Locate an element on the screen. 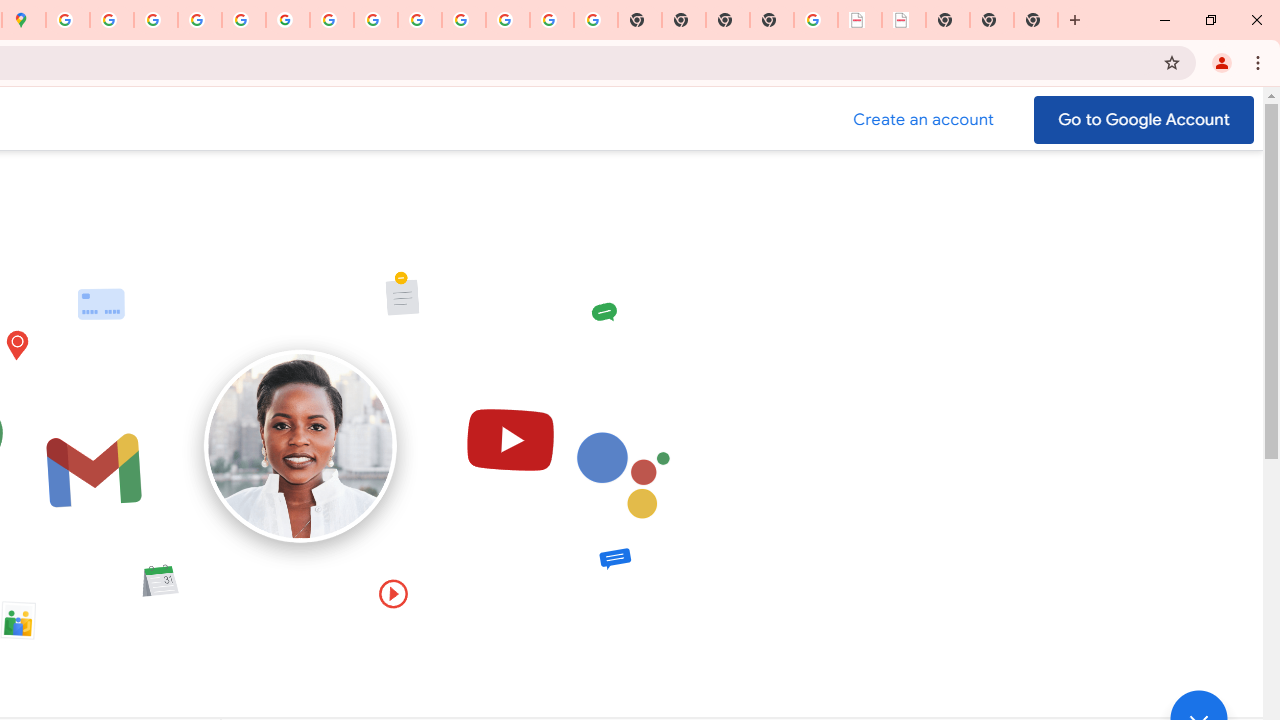 This screenshot has width=1280, height=720. 'BAE Systems Brasil | BAE Systems' is located at coordinates (902, 20).